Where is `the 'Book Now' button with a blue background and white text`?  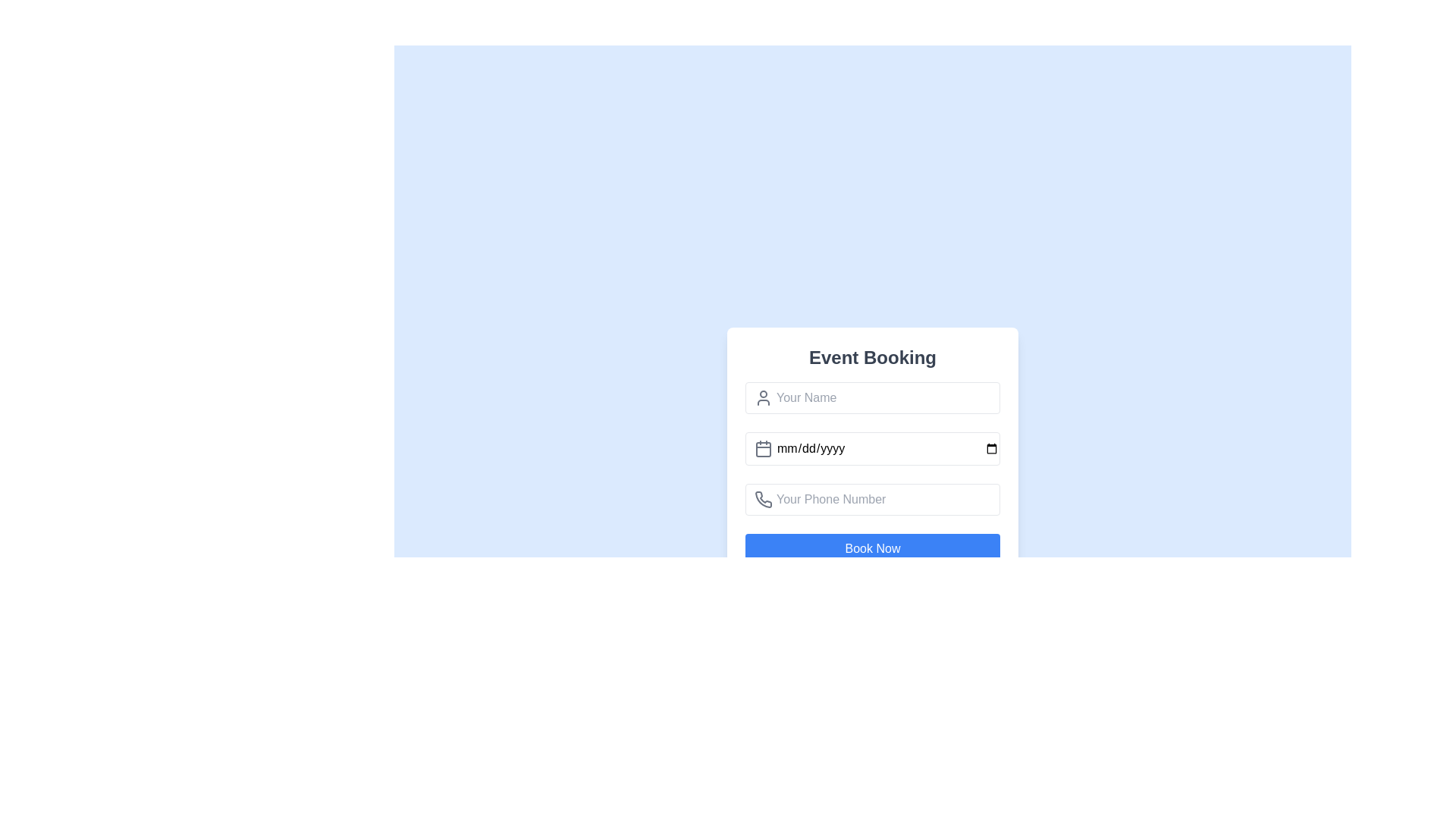 the 'Book Now' button with a blue background and white text is located at coordinates (873, 549).